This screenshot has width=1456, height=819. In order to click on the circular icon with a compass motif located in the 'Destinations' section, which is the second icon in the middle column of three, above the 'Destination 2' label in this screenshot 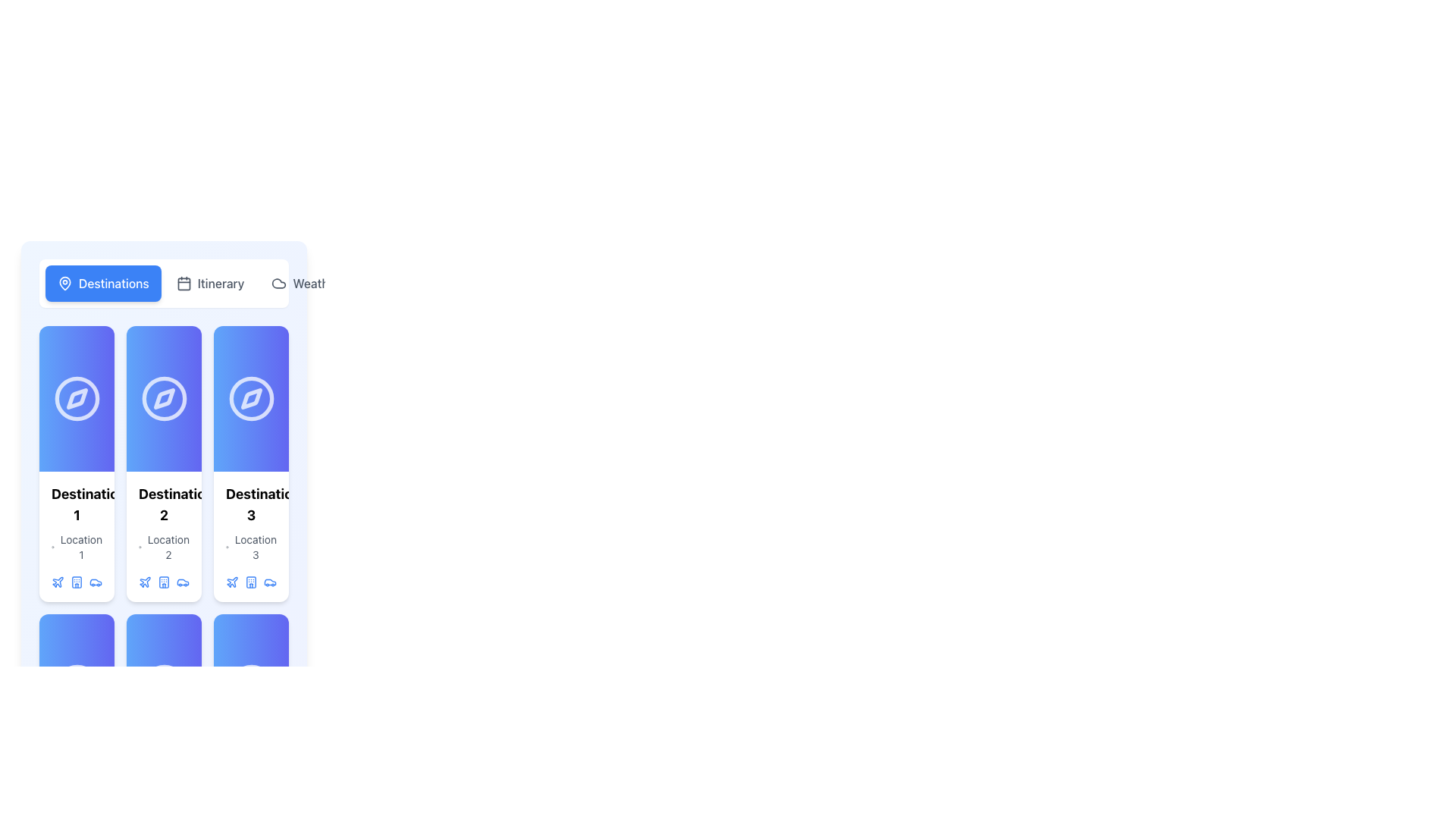, I will do `click(164, 397)`.